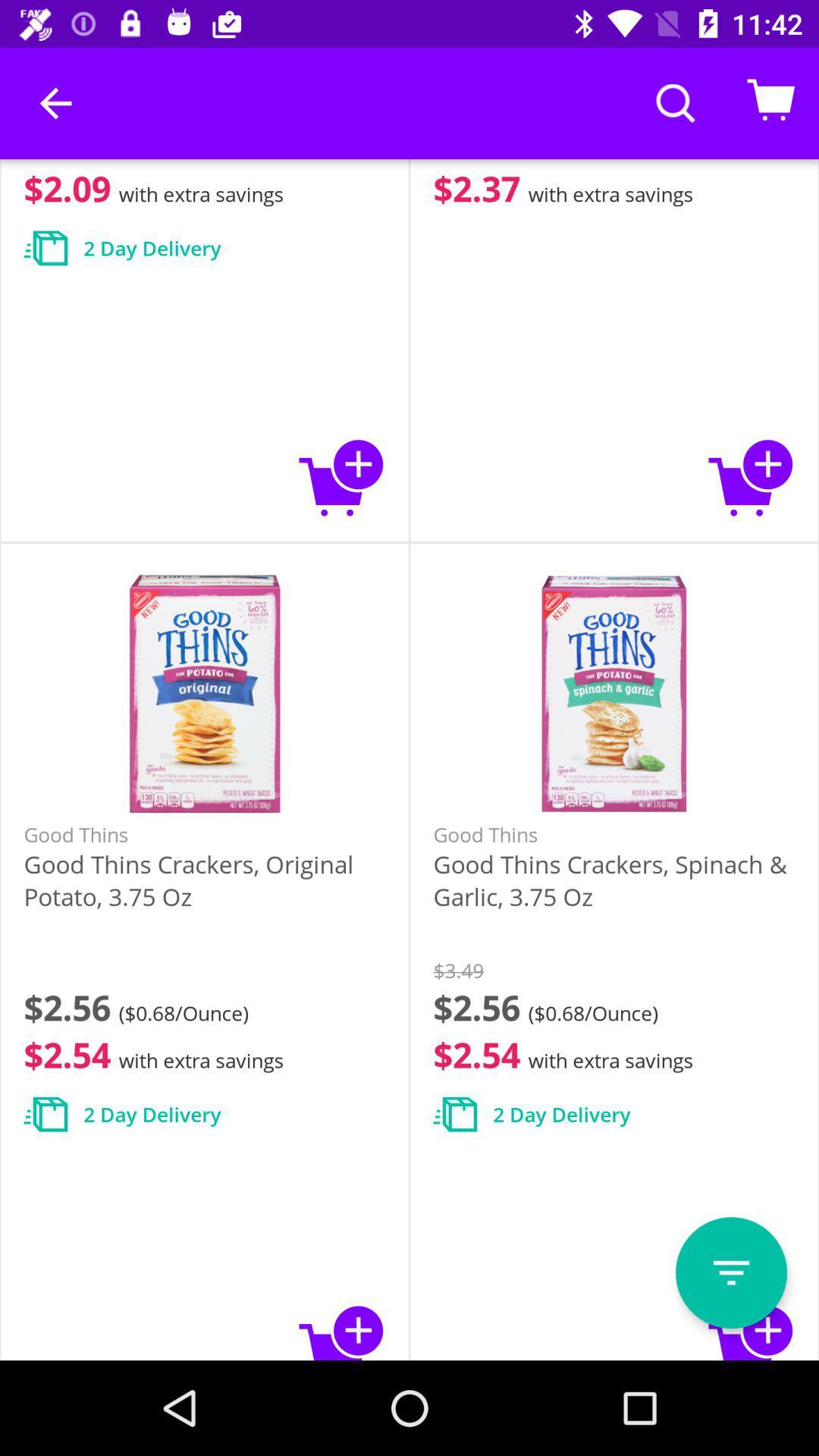 This screenshot has height=1456, width=819. What do you see at coordinates (752, 1329) in the screenshot?
I see `to basket` at bounding box center [752, 1329].